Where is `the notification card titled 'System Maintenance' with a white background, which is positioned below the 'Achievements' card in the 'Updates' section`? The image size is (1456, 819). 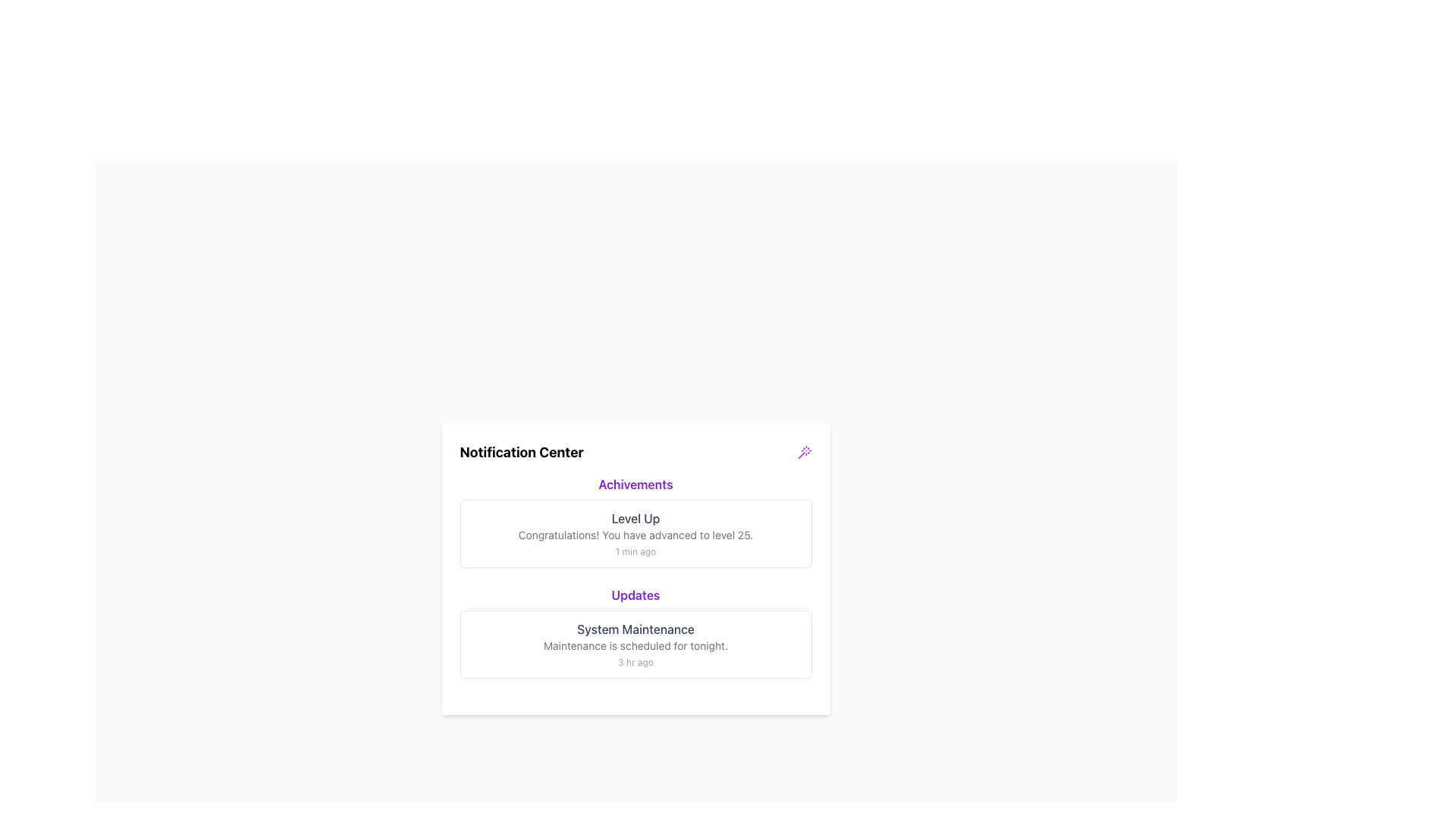
the notification card titled 'System Maintenance' with a white background, which is positioned below the 'Achievements' card in the 'Updates' section is located at coordinates (635, 644).